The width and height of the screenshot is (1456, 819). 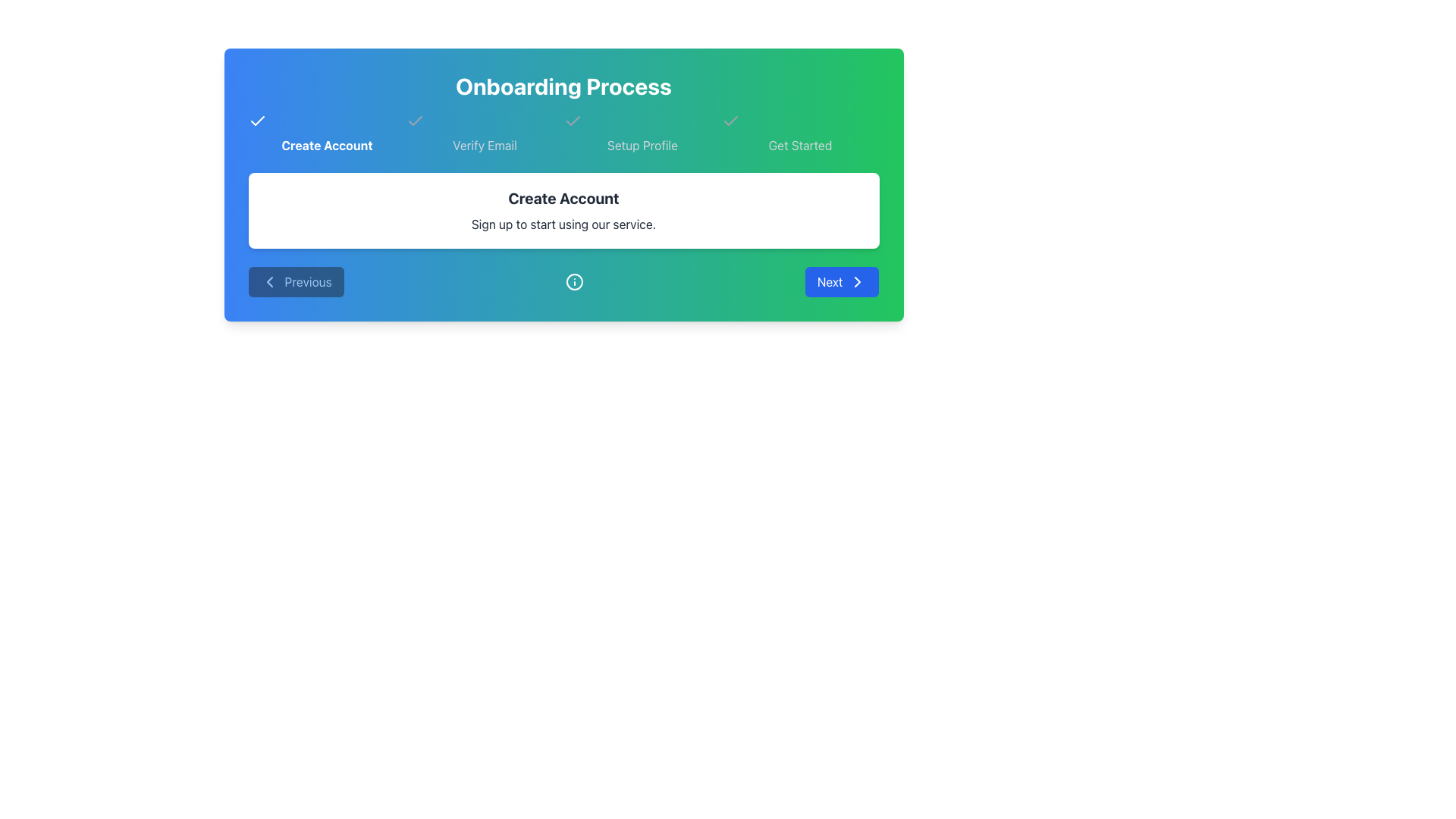 What do you see at coordinates (269, 281) in the screenshot?
I see `the leftward-pointing chevron icon` at bounding box center [269, 281].